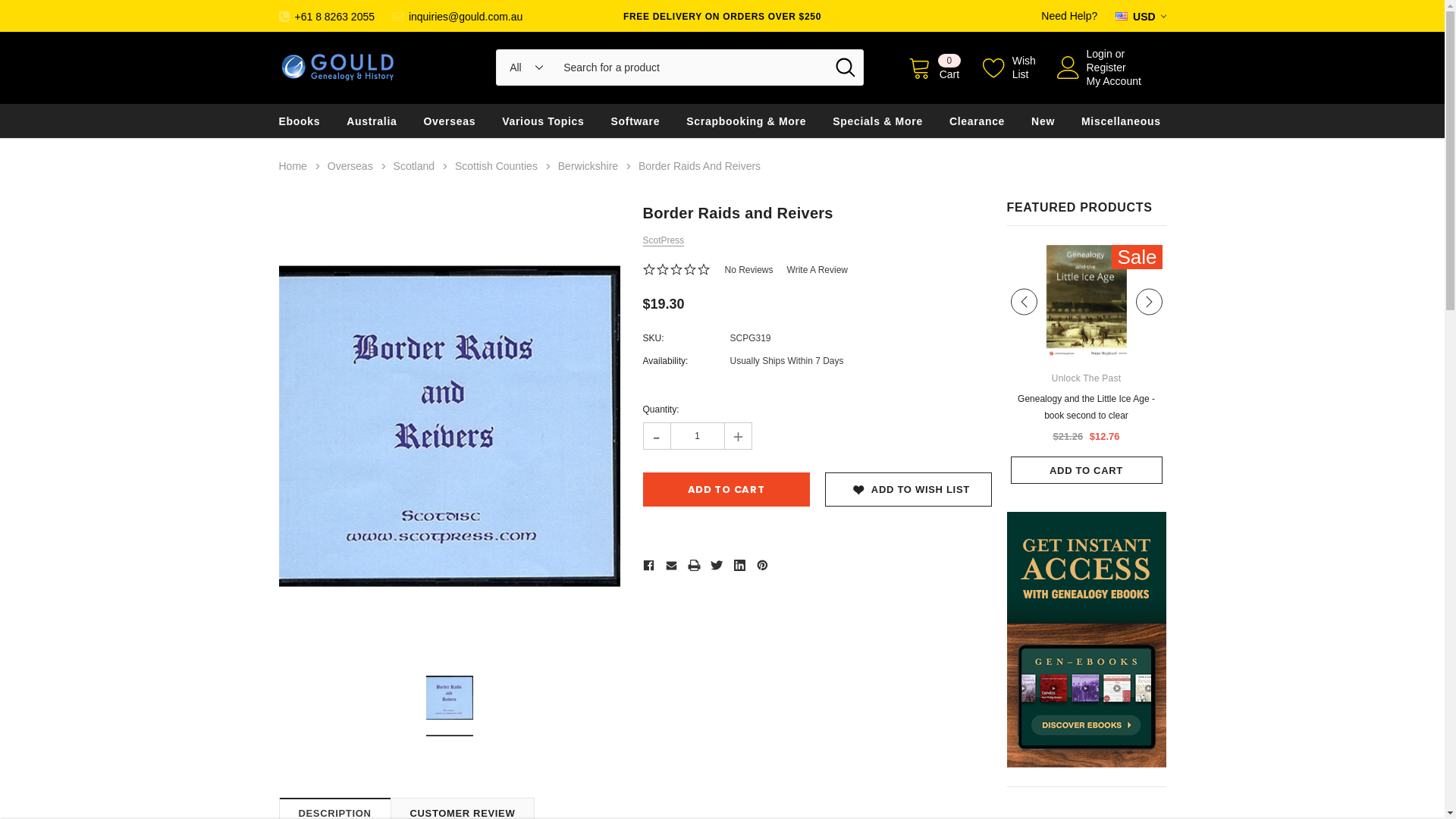 The height and width of the screenshot is (819, 1456). I want to click on '-', so click(656, 435).